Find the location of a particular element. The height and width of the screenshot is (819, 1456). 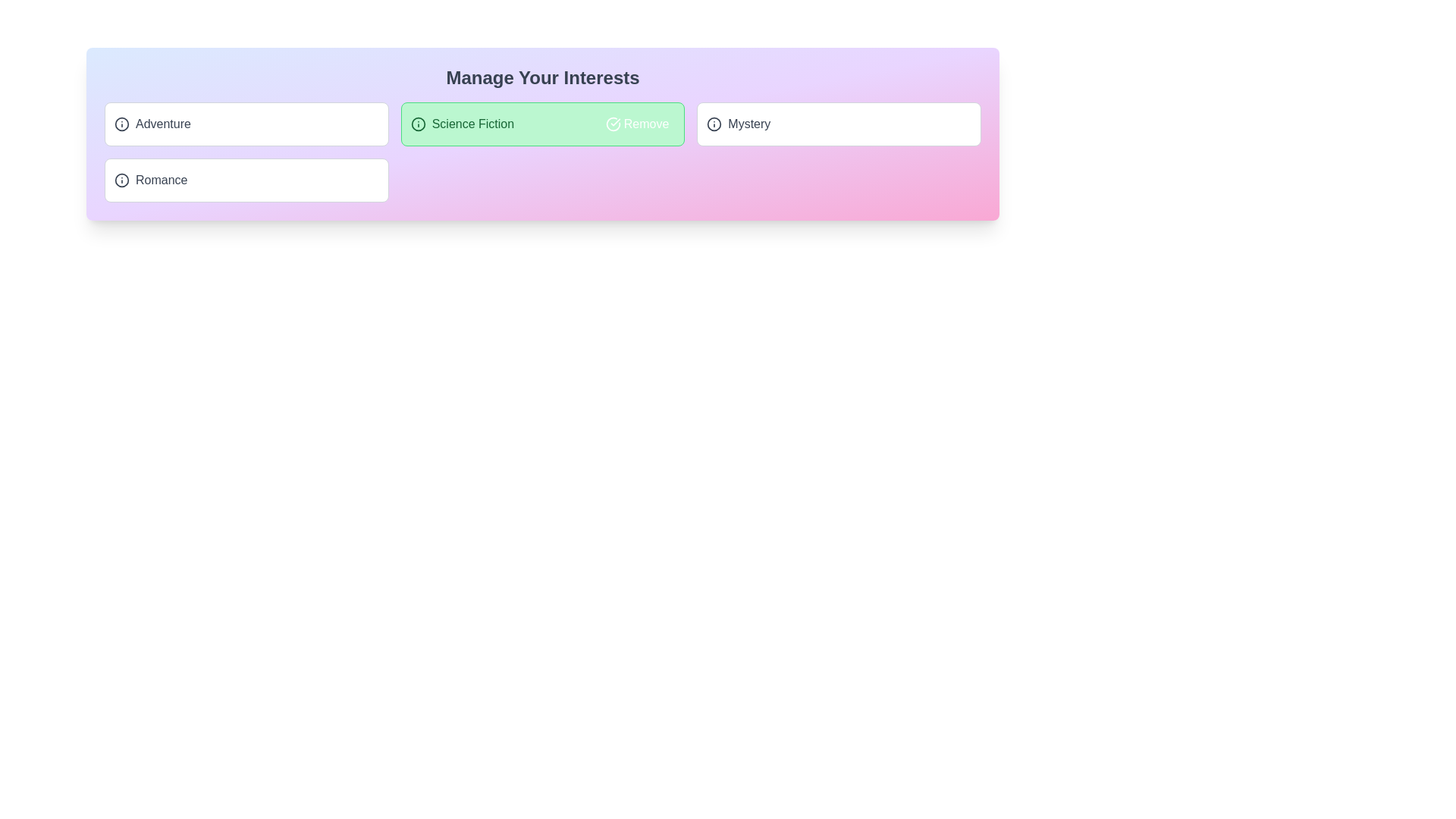

the action button next to the tag labeled 'Adventure' to toggle its 'added' status is located at coordinates (352, 124).